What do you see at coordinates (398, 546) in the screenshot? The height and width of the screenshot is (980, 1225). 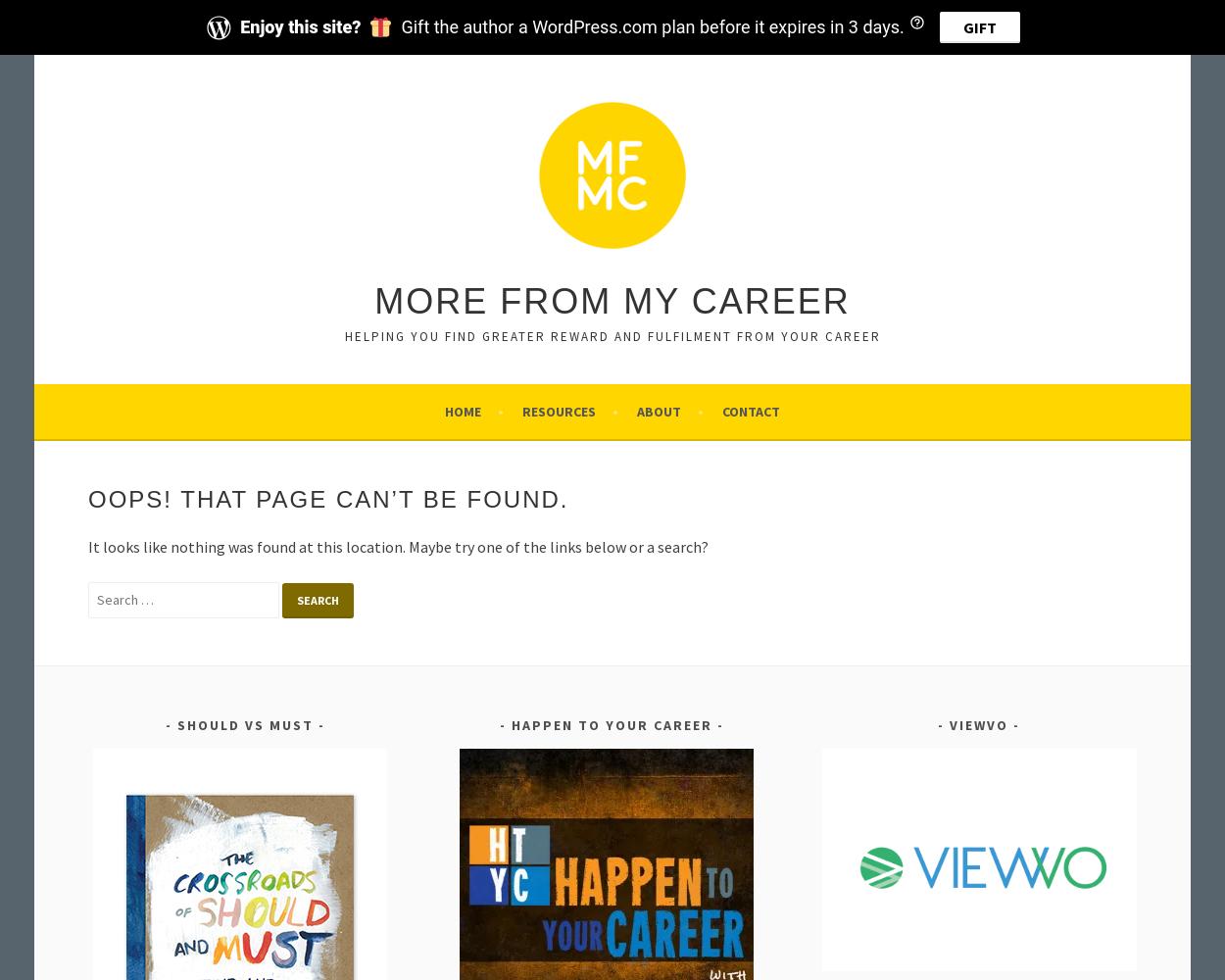 I see `'It looks like nothing was found at this location. Maybe try one of the links below or a search?'` at bounding box center [398, 546].